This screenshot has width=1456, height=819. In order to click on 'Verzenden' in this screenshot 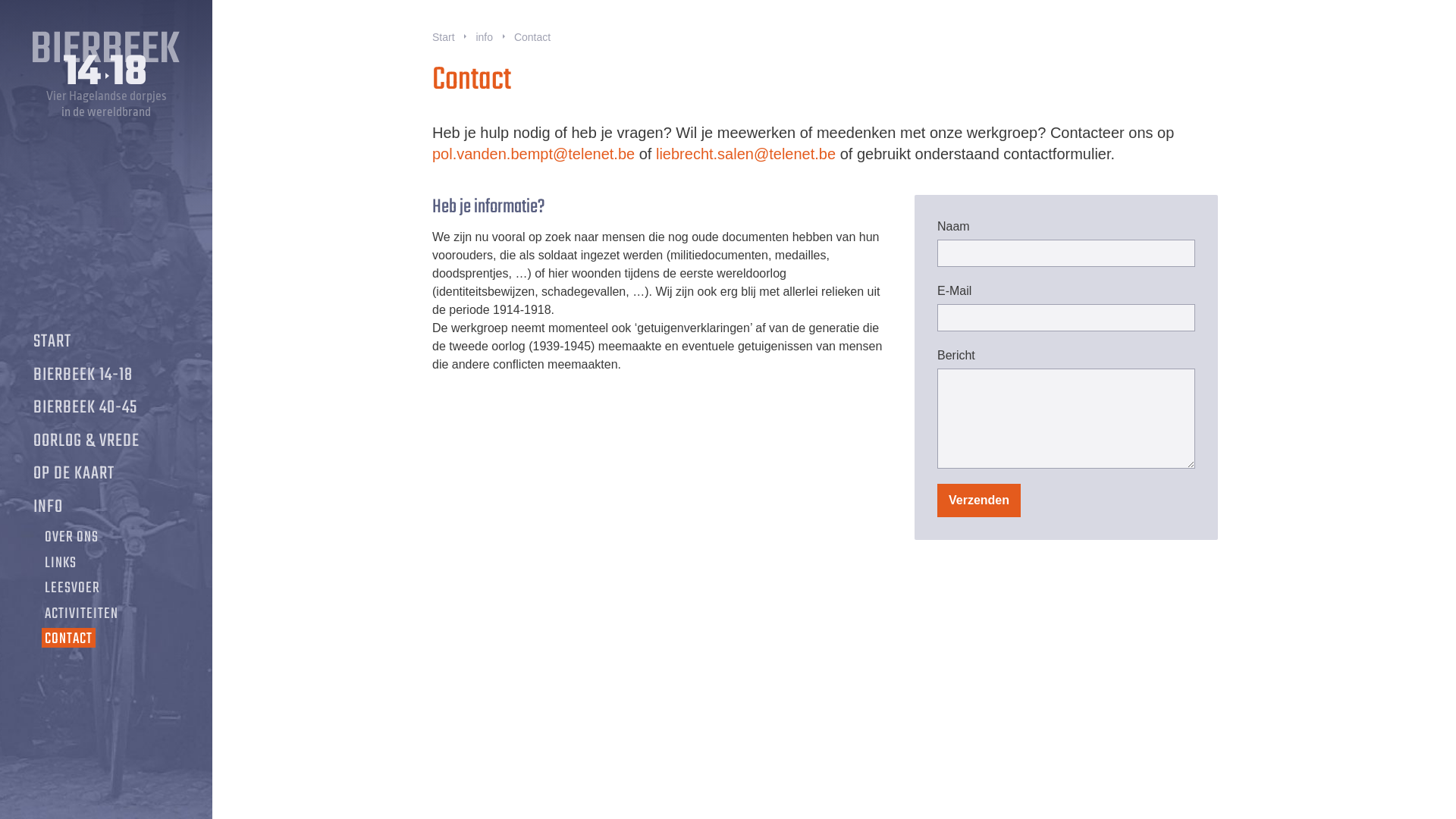, I will do `click(979, 500)`.